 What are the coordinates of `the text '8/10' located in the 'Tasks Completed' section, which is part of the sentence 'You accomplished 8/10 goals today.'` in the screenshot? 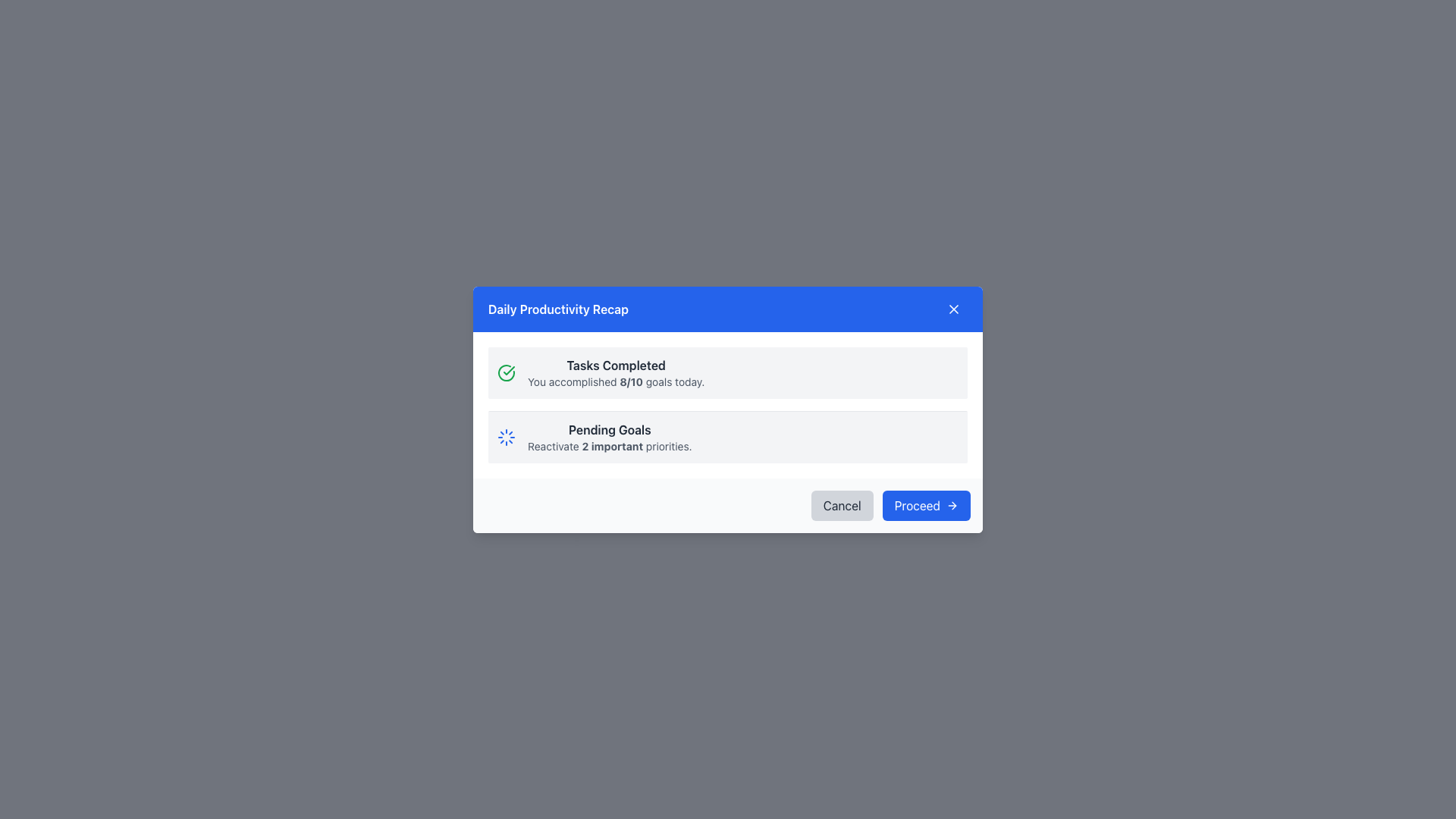 It's located at (631, 380).